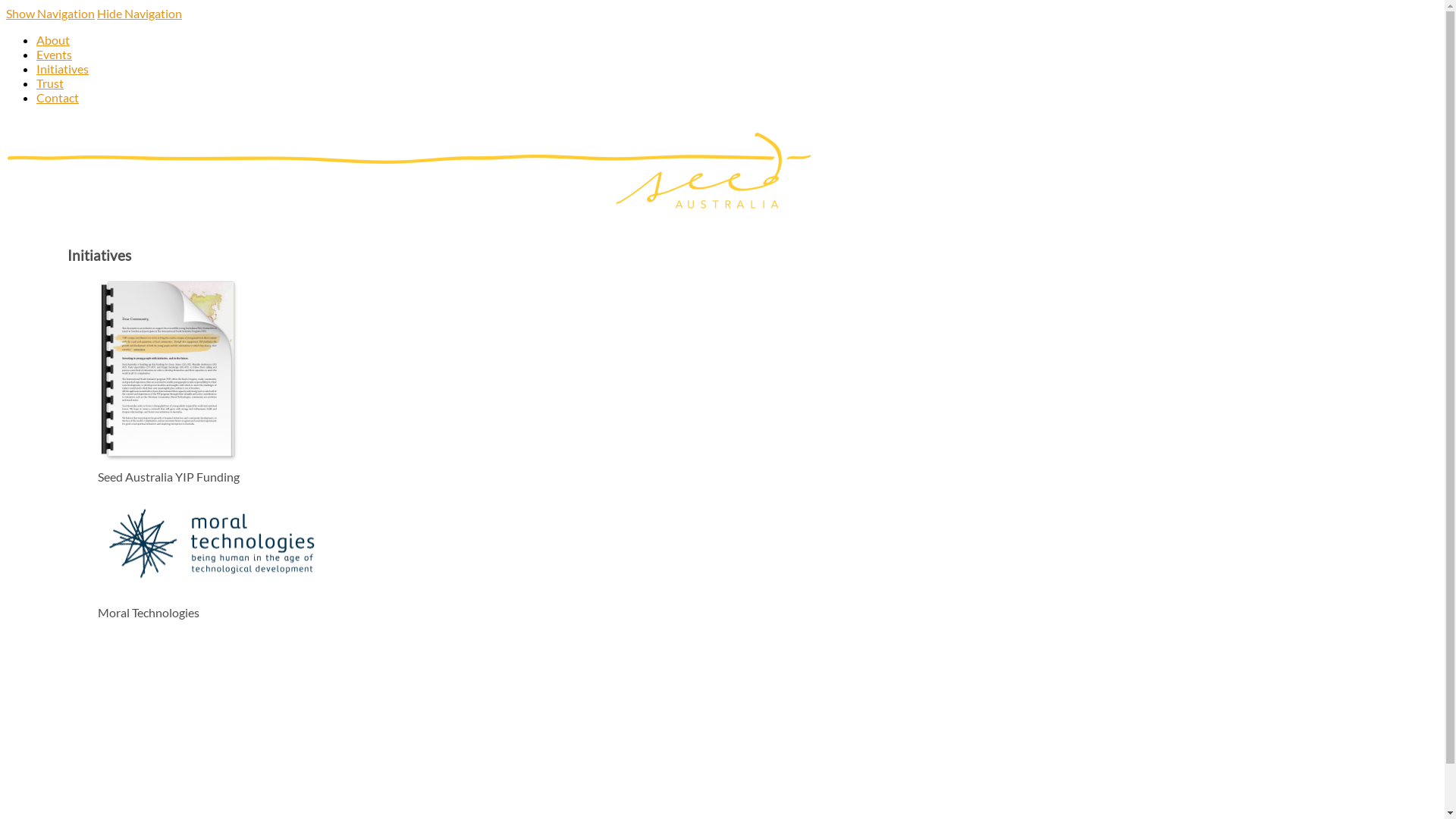 The width and height of the screenshot is (1456, 819). What do you see at coordinates (36, 53) in the screenshot?
I see `'Events'` at bounding box center [36, 53].